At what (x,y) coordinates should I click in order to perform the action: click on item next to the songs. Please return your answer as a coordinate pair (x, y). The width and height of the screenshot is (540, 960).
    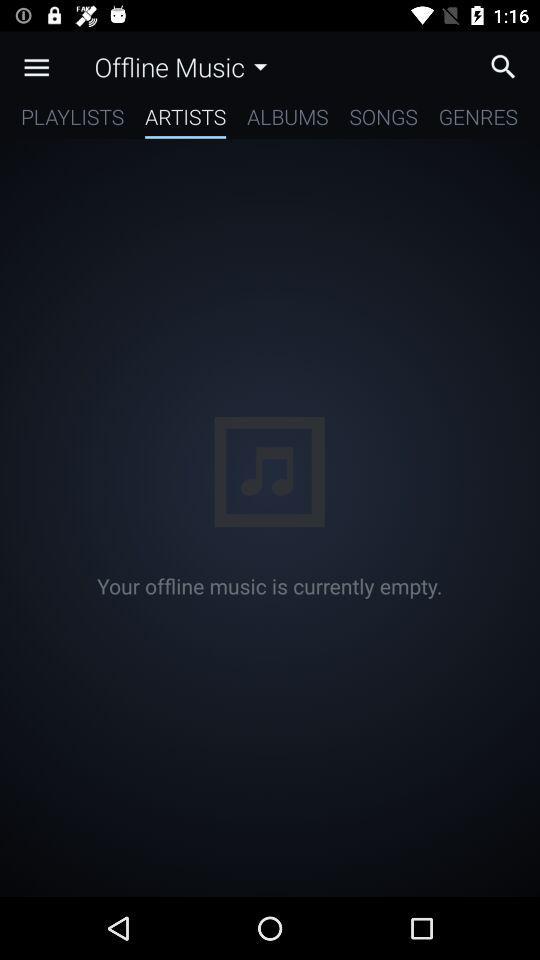
    Looking at the image, I should click on (477, 120).